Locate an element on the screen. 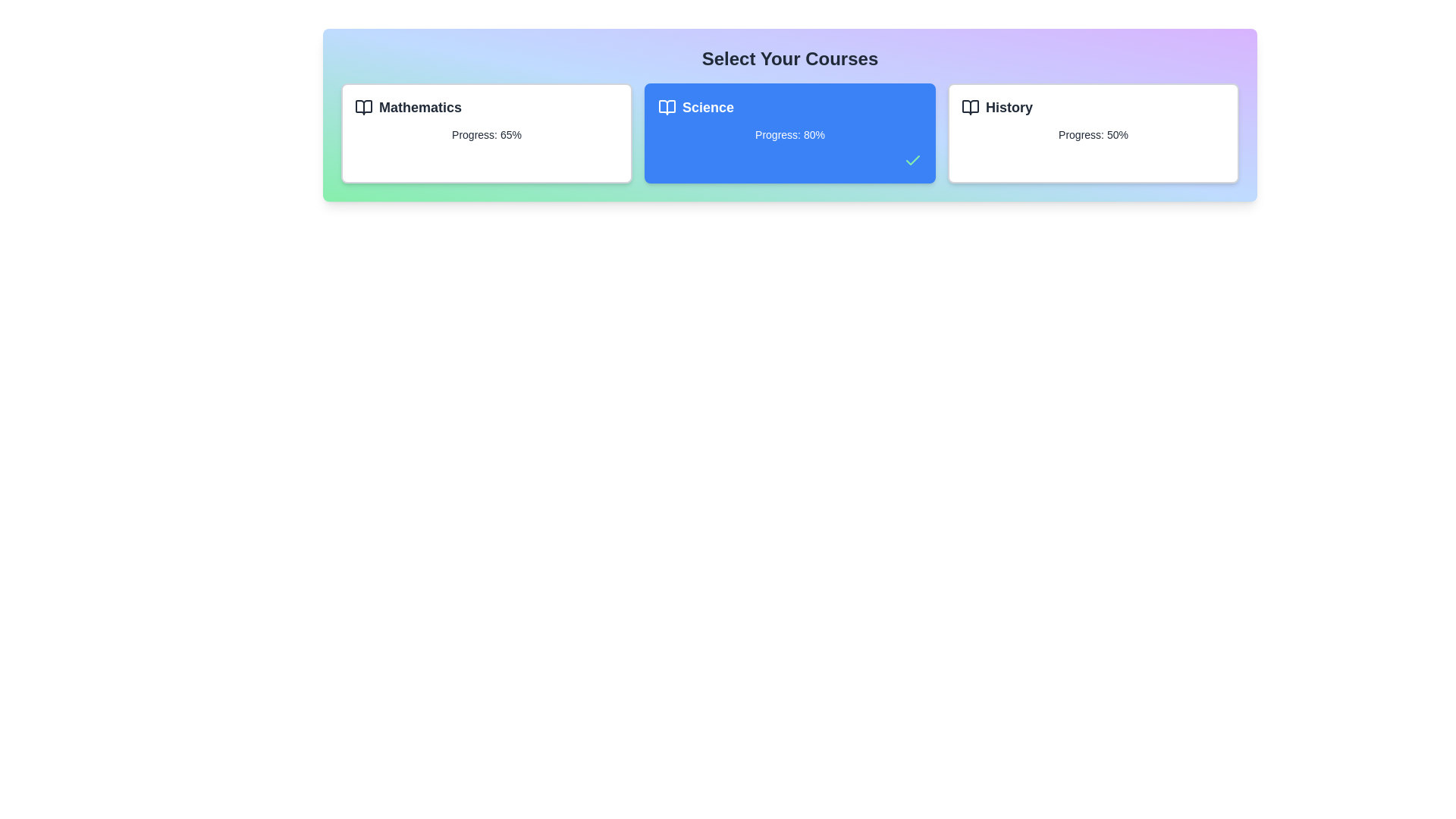 This screenshot has width=1456, height=819. the decorative icon of the course card corresponding to History is located at coordinates (971, 107).